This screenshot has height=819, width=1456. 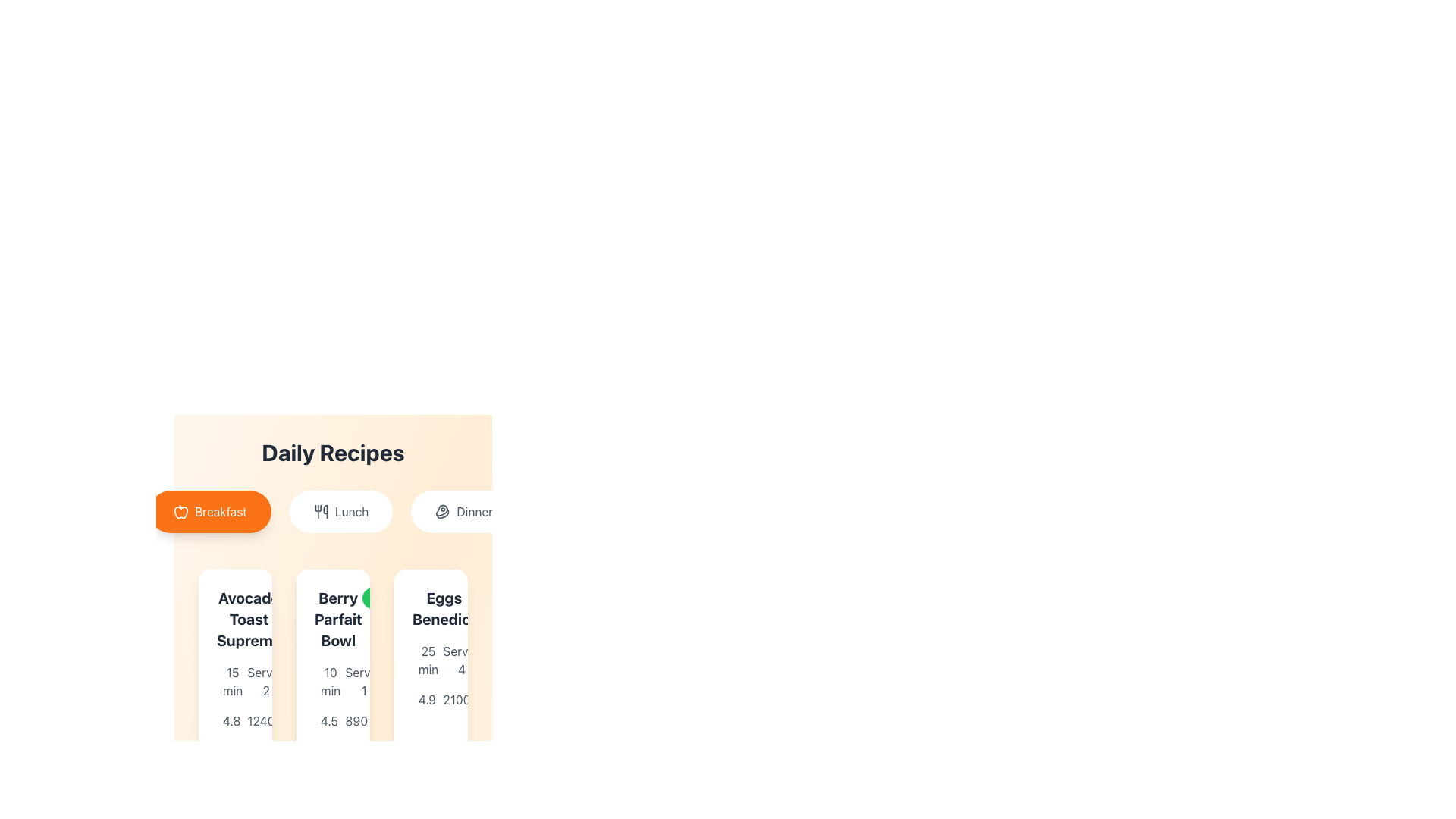 I want to click on the apple-shaped icon filled with white and outlined in bold orange, located inside the 'Breakfast' button on the leftmost side of similar buttons, so click(x=181, y=512).